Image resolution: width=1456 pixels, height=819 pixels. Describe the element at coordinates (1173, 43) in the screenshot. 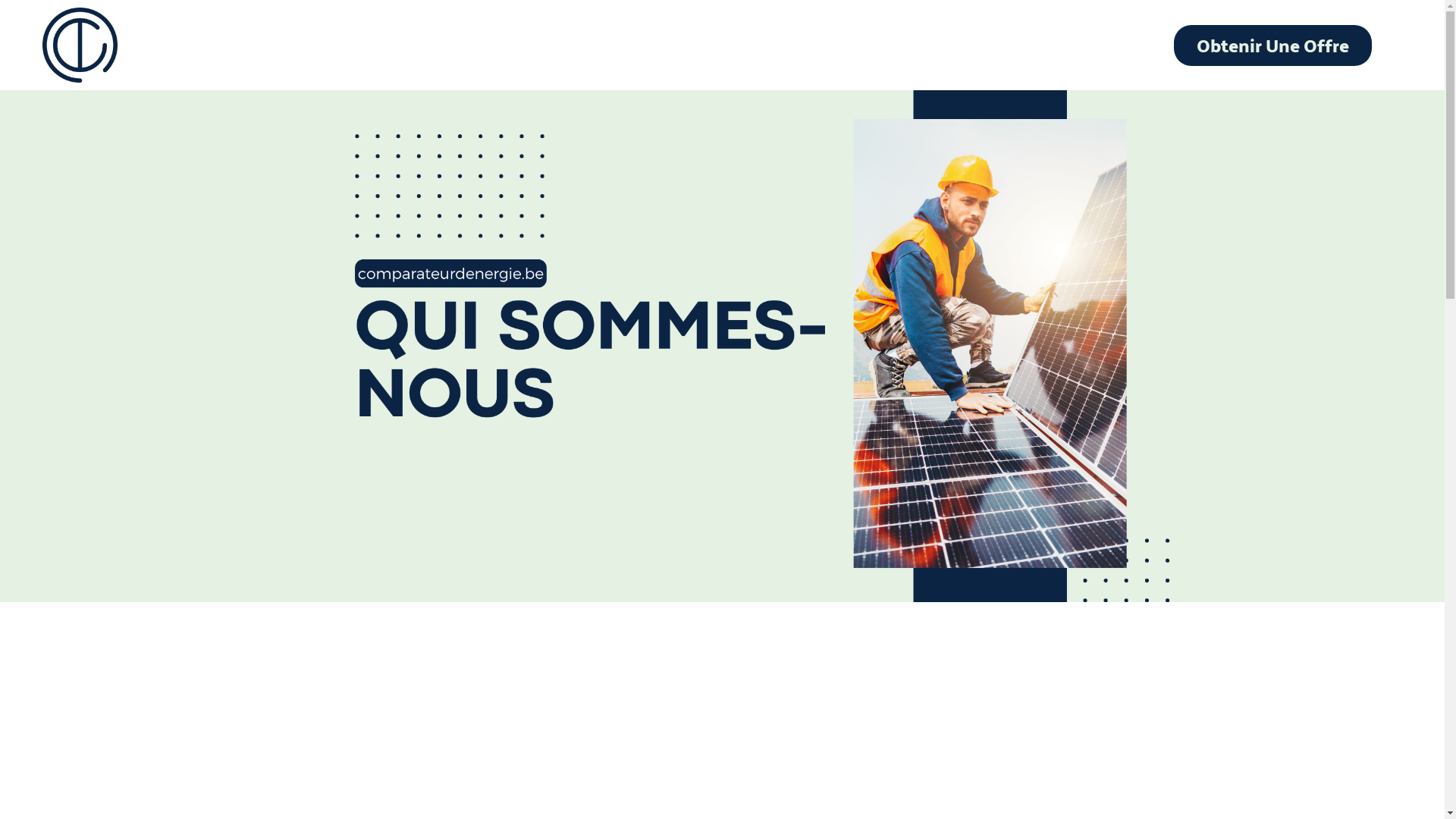

I see `'Obtenir Une Offre'` at that location.